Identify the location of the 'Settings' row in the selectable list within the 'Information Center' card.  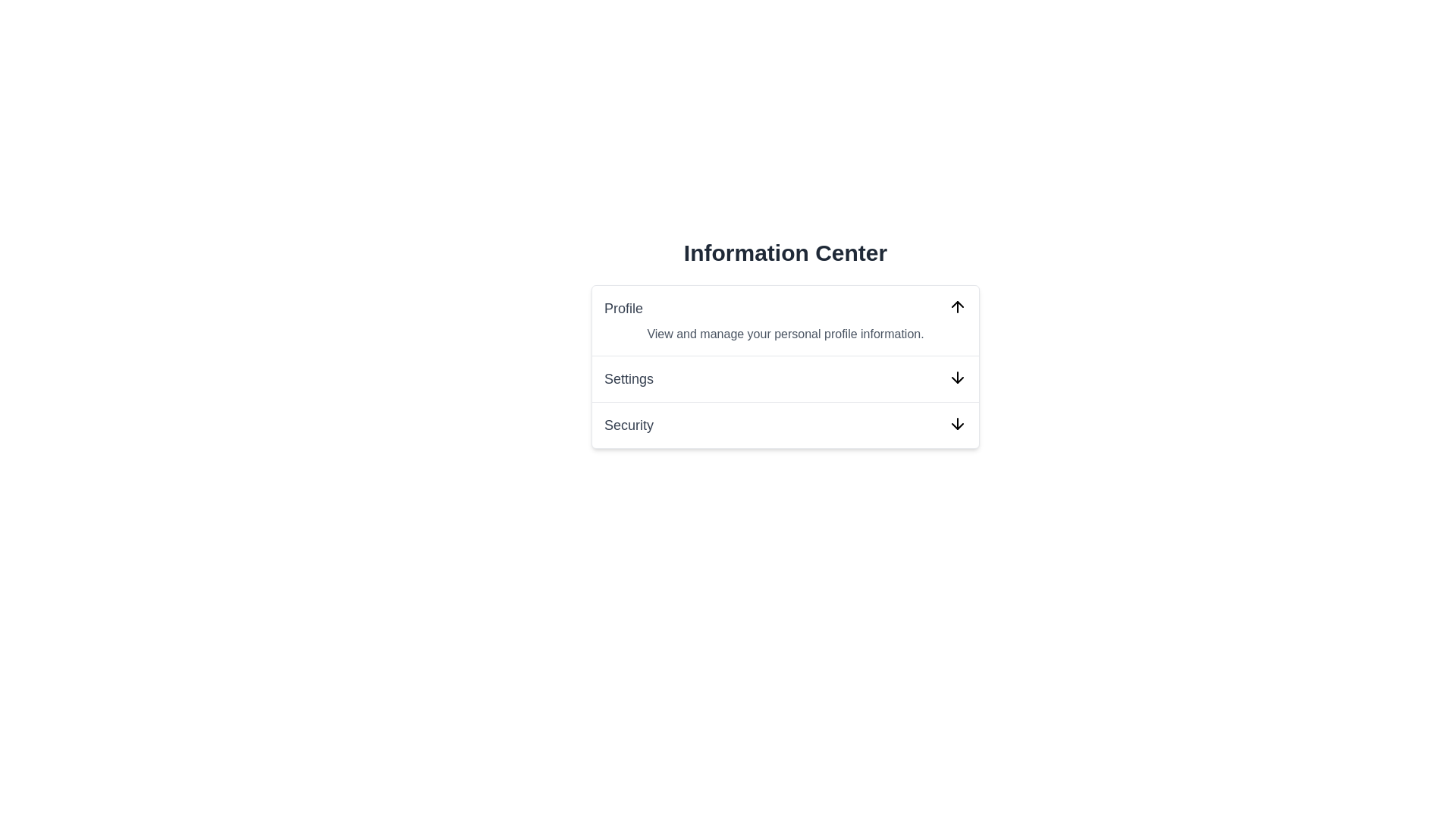
(786, 366).